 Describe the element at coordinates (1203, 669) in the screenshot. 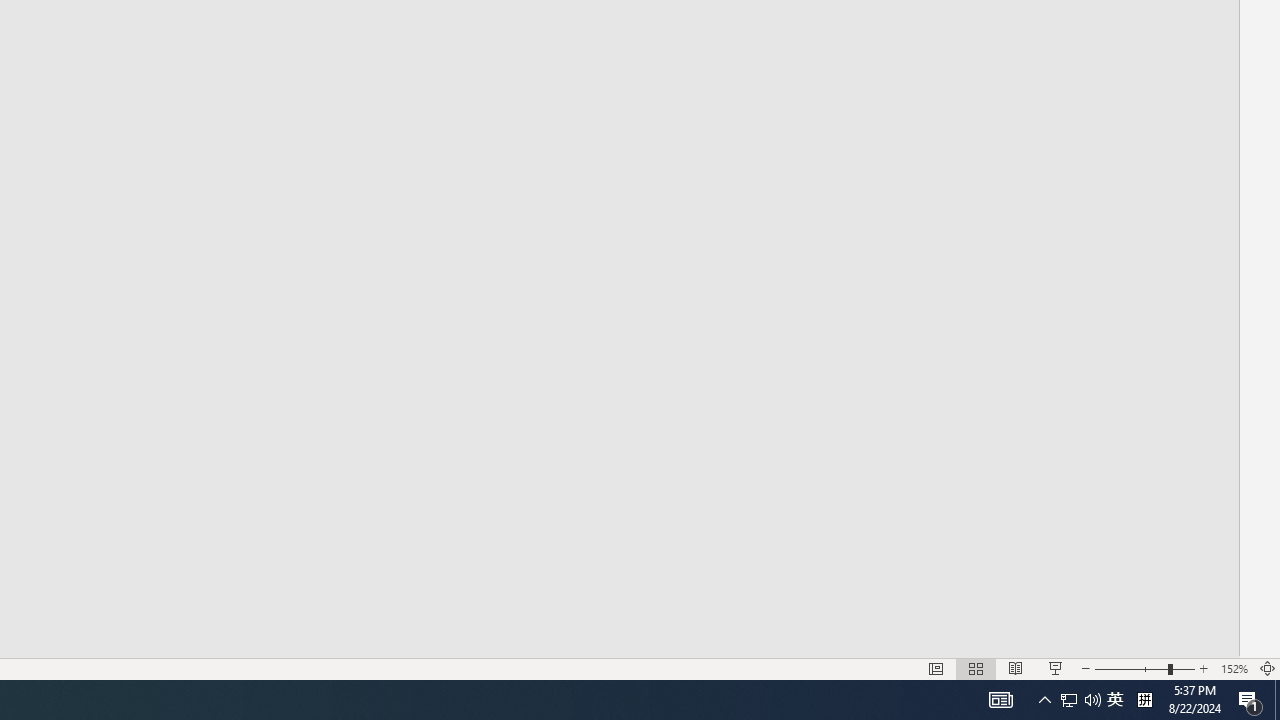

I see `'Zoom In'` at that location.